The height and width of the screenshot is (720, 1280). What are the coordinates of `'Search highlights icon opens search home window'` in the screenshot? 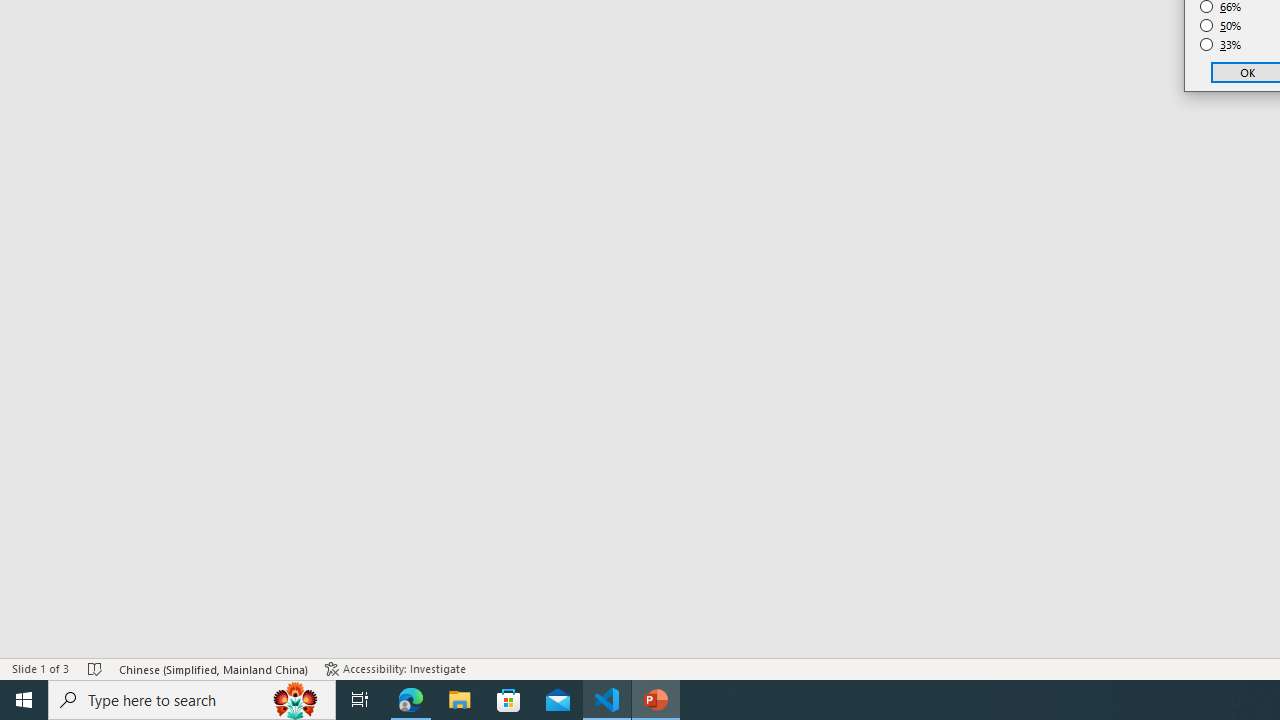 It's located at (294, 698).